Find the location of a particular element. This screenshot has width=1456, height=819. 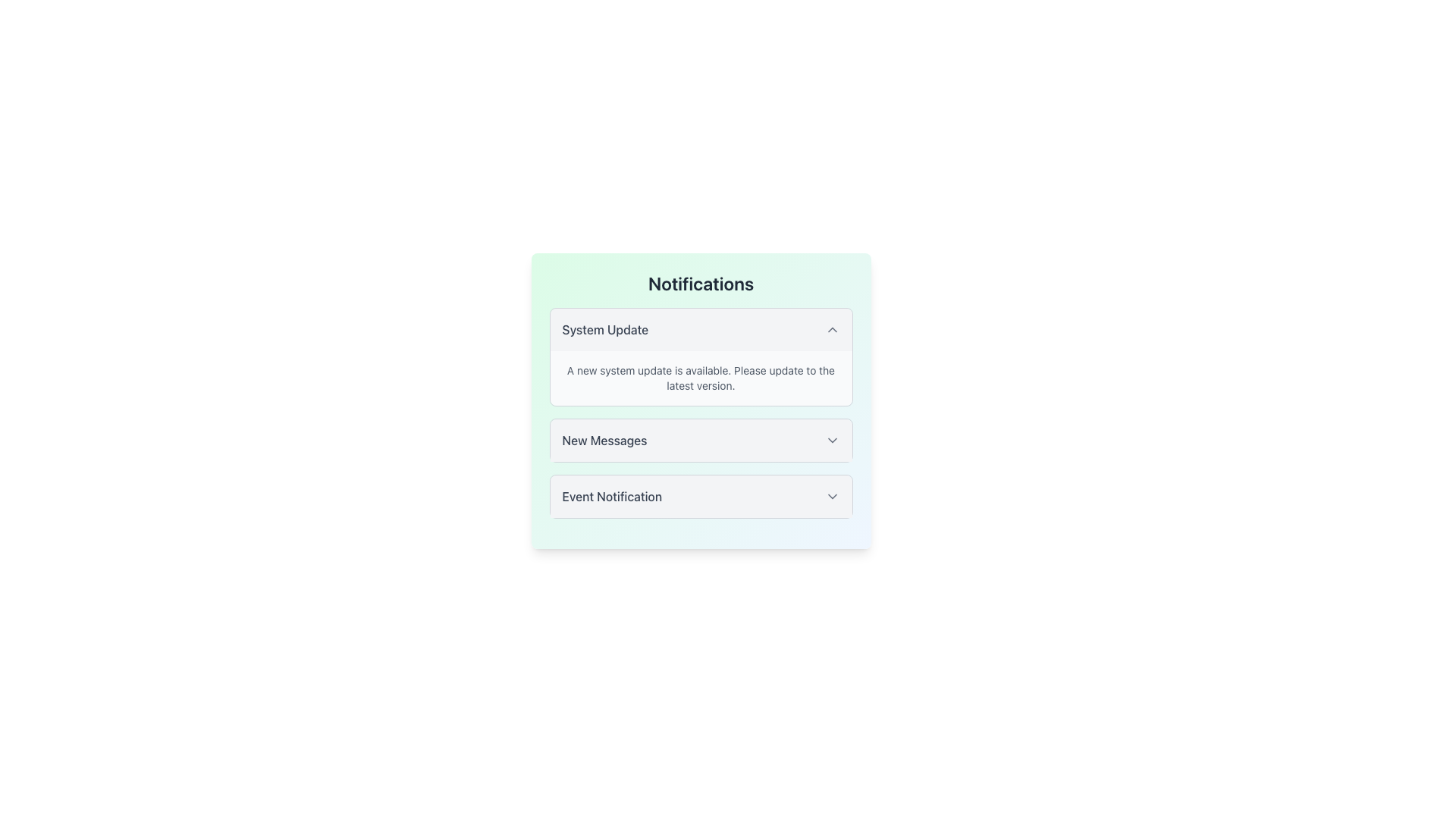

the text area displaying the message 'A new system update is available. Please update to the latest version.' which has a light gray background and rounded bottom corners, located beneath the 'System Update' header is located at coordinates (700, 377).